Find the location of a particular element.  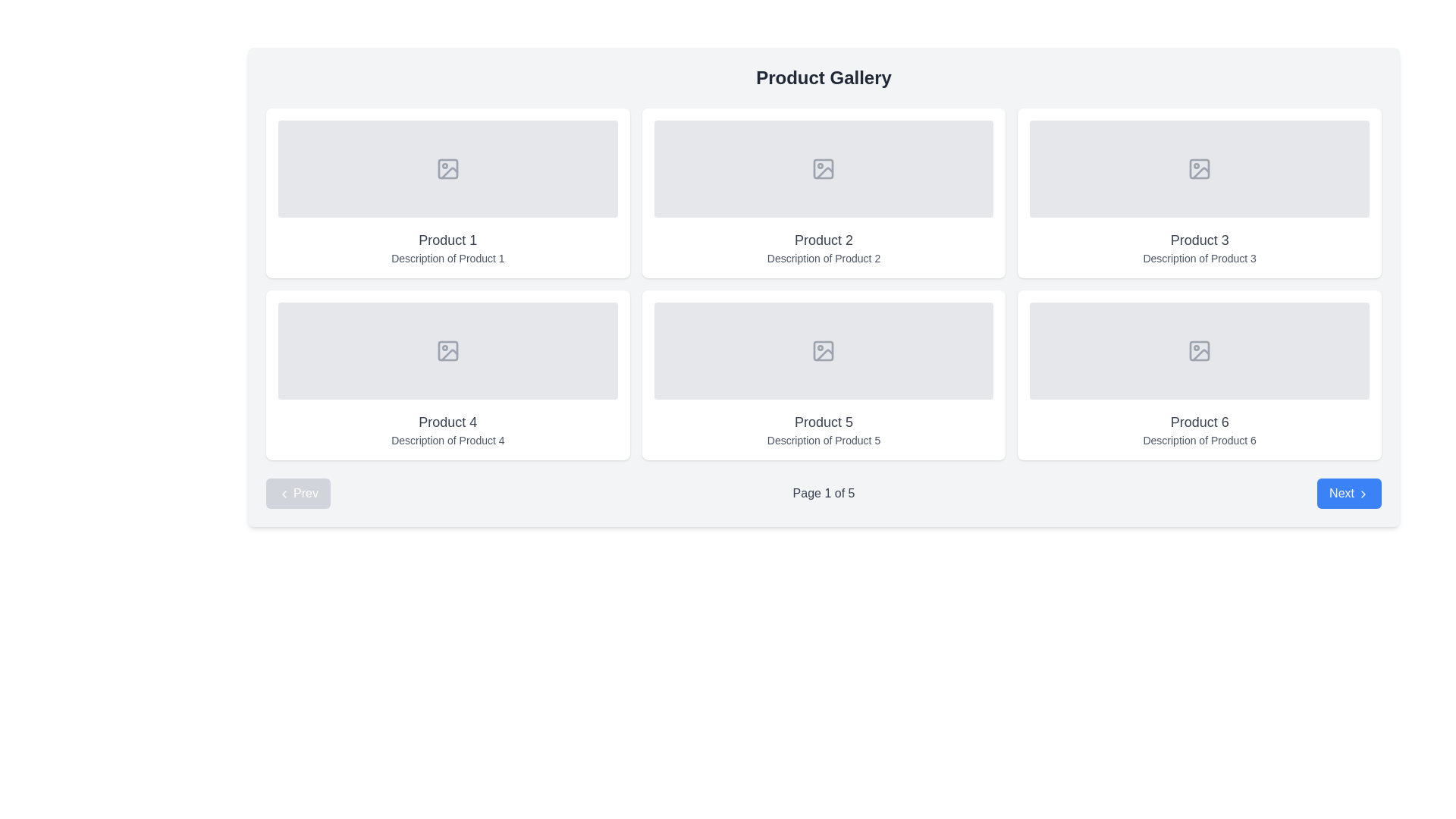

decorative graphical element, which is a small rectangle with rounded edges located at the center of the image placeholder icon in the fifth product slot of the gallery is located at coordinates (823, 350).